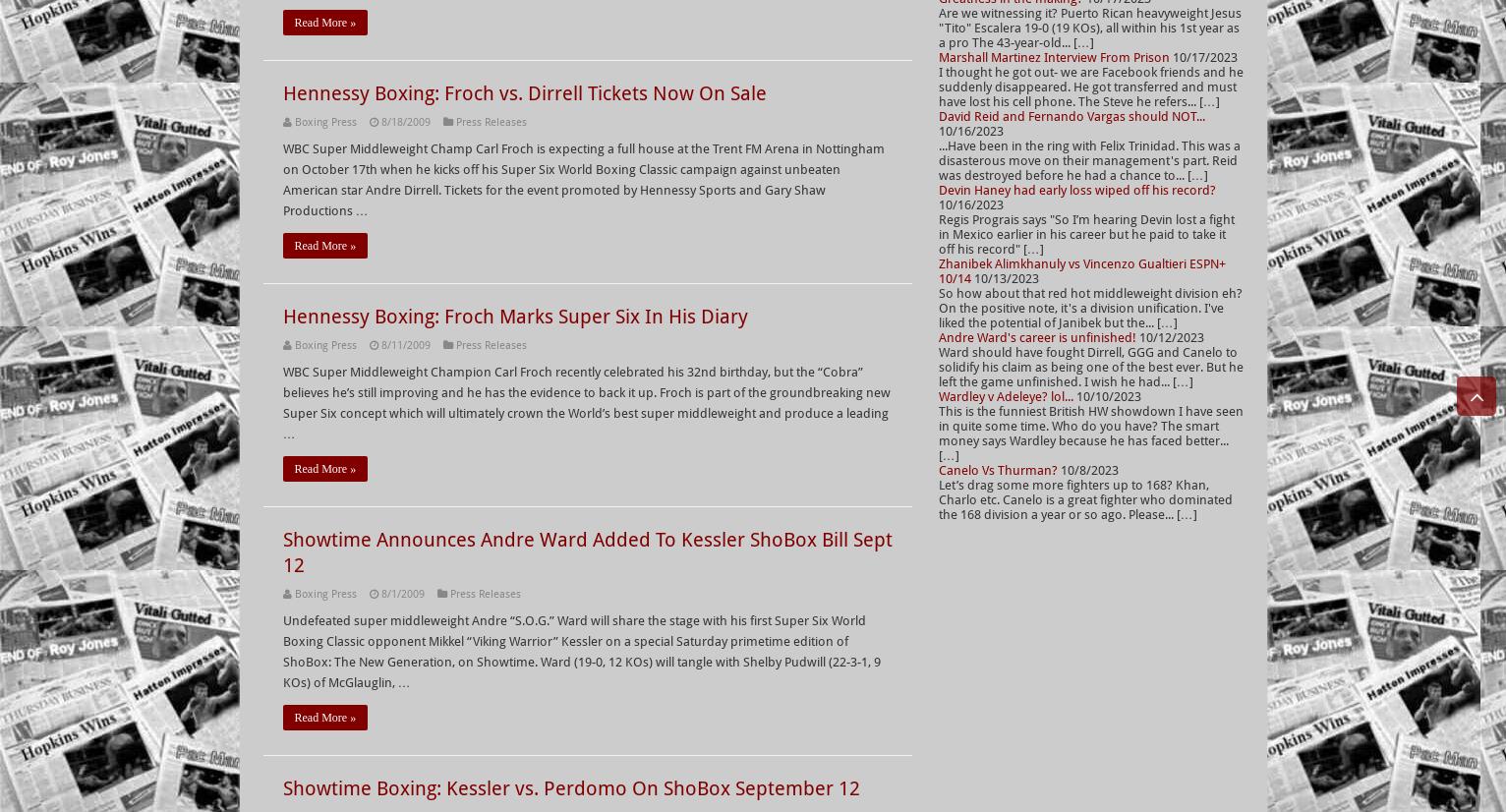 This screenshot has height=812, width=1506. Describe the element at coordinates (1170, 336) in the screenshot. I see `'10/12/2023'` at that location.